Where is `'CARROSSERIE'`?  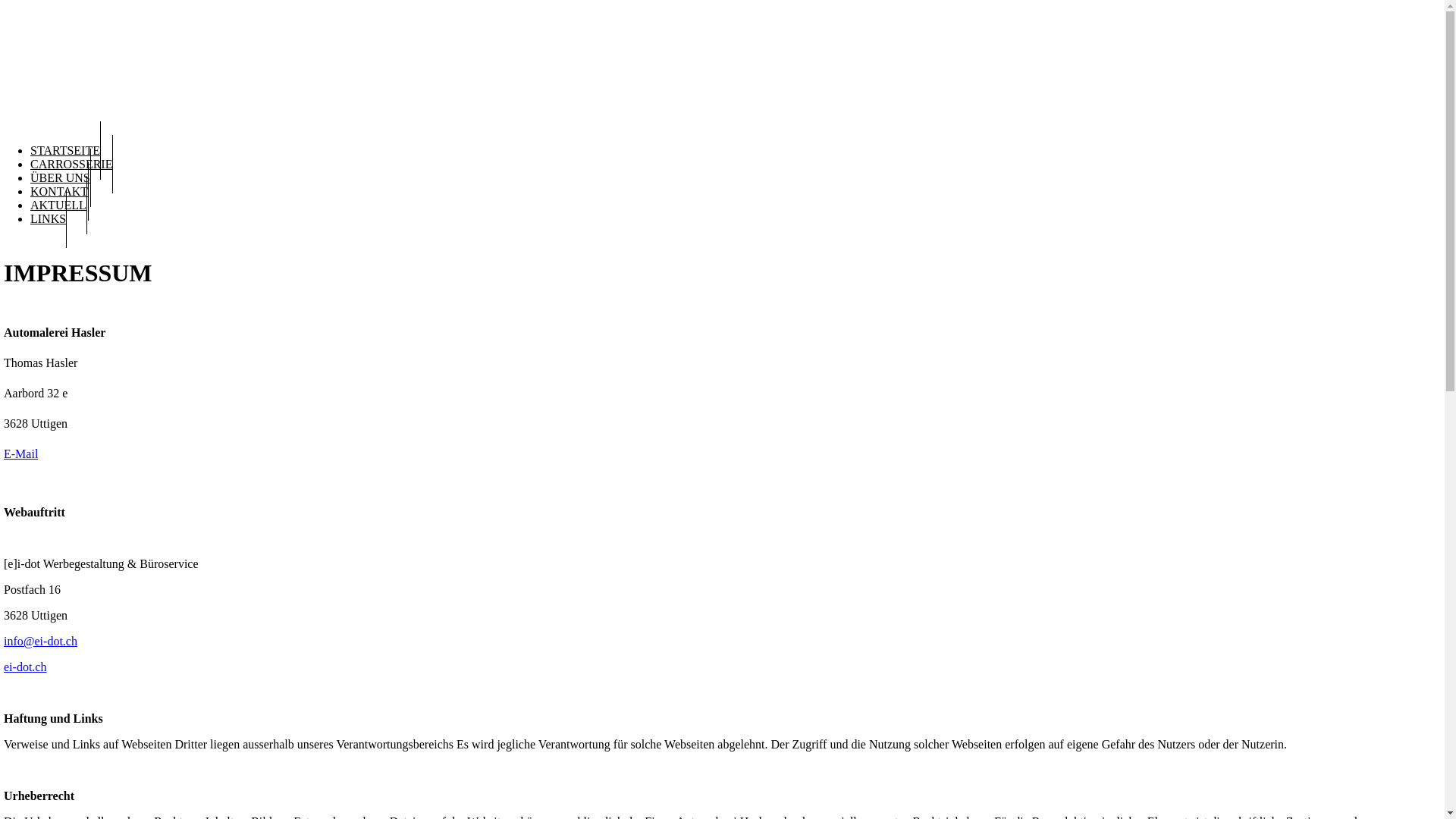 'CARROSSERIE' is located at coordinates (71, 164).